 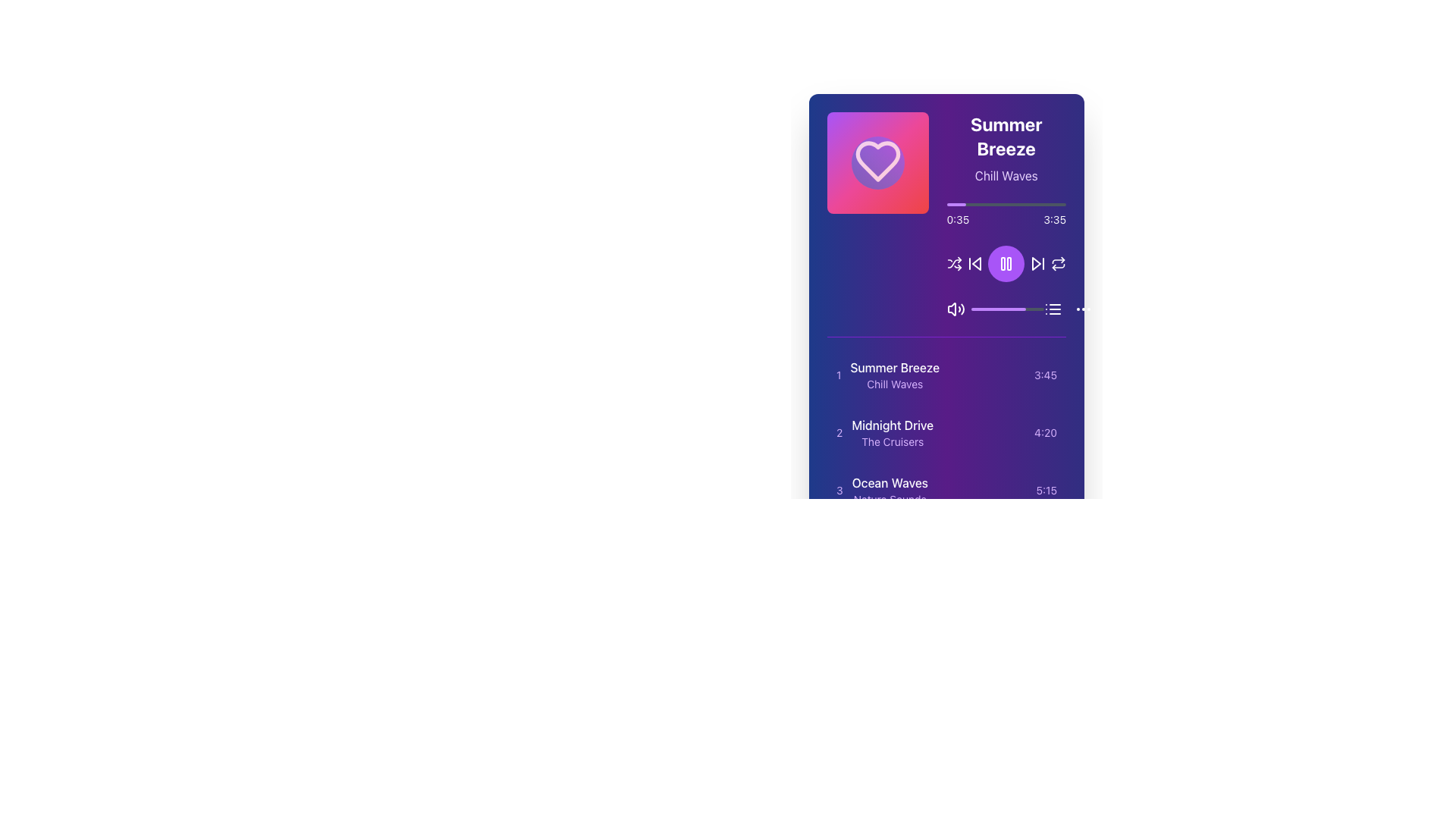 What do you see at coordinates (1033, 309) in the screenshot?
I see `the progress value` at bounding box center [1033, 309].